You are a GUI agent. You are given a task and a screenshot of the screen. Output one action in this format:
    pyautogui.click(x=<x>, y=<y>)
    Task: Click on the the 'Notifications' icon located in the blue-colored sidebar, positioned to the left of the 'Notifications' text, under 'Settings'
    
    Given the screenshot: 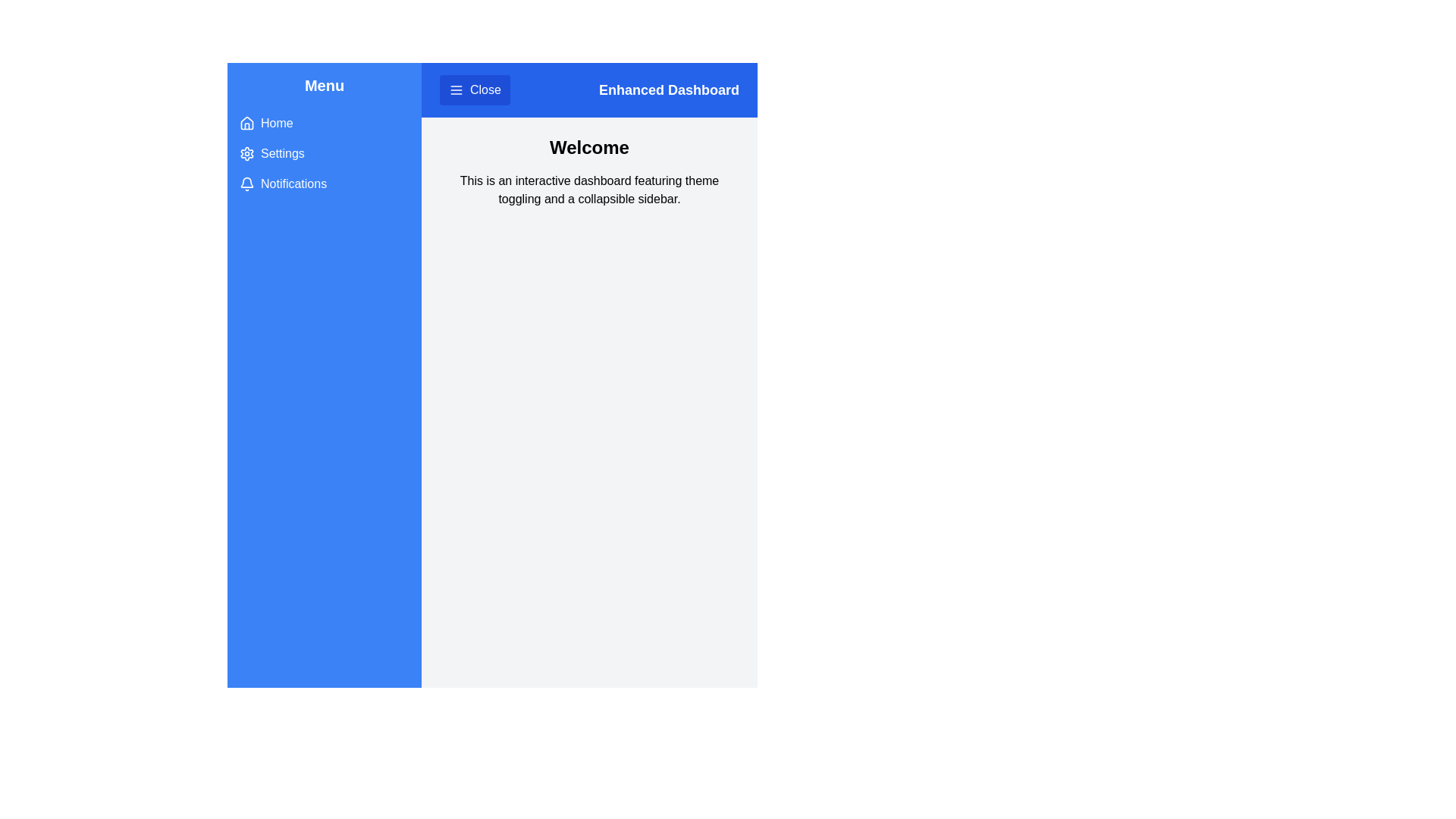 What is the action you would take?
    pyautogui.click(x=247, y=184)
    